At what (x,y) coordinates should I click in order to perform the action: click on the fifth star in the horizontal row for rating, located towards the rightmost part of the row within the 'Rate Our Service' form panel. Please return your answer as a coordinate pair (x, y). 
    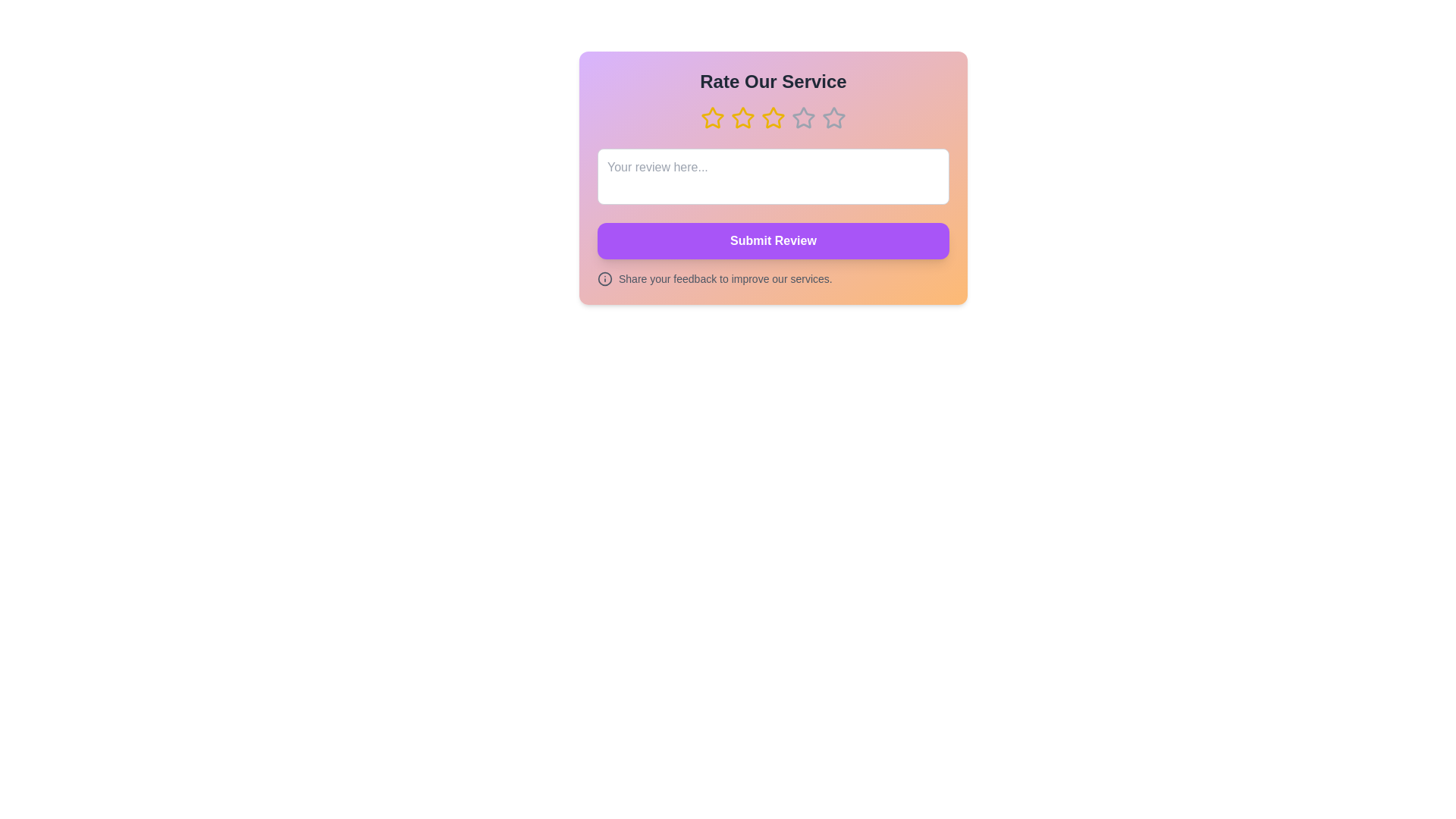
    Looking at the image, I should click on (833, 117).